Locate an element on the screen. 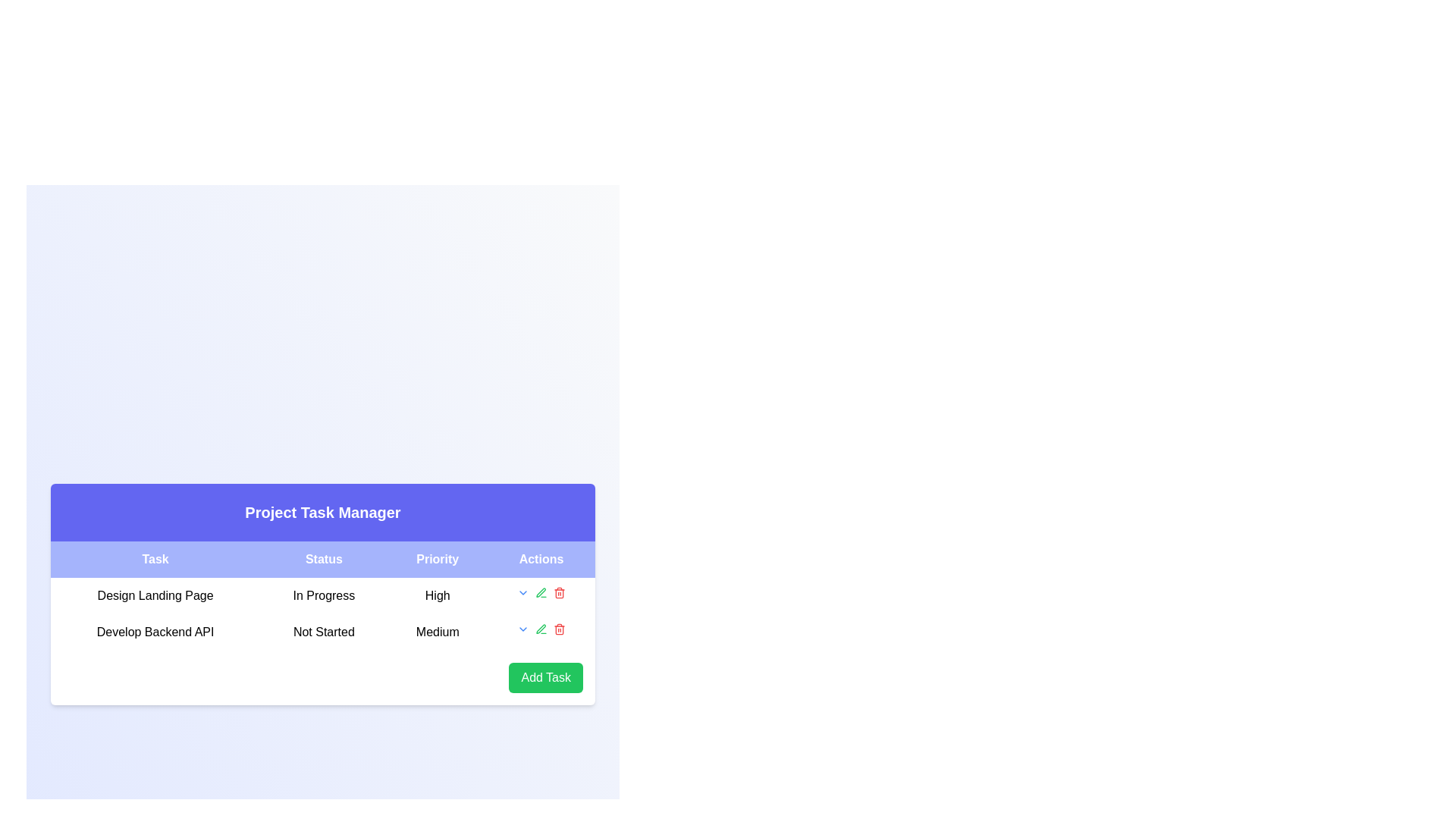  the first table row in the 'Project Task Manager' section is located at coordinates (322, 595).